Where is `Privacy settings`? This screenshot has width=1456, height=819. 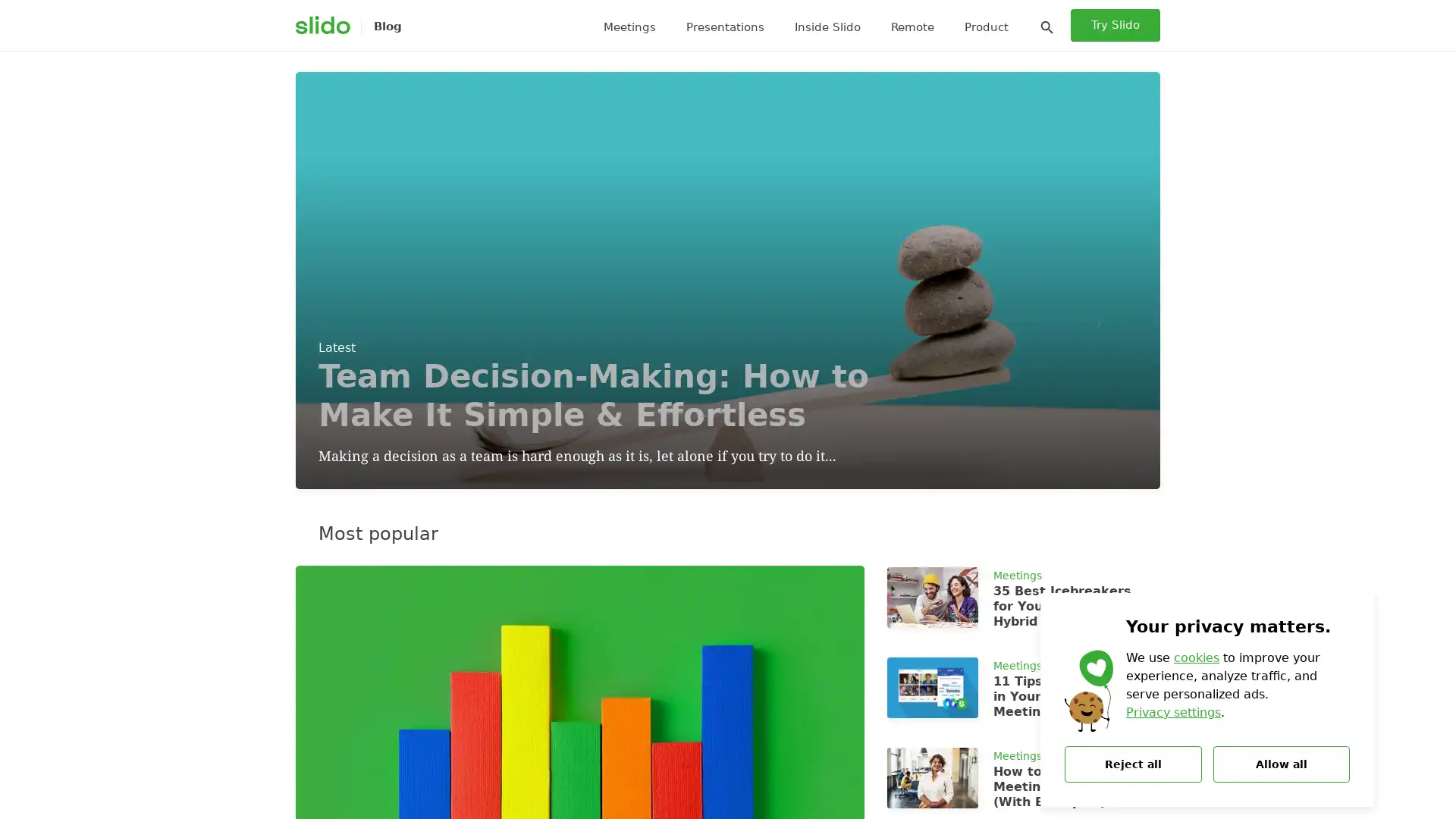
Privacy settings is located at coordinates (1172, 713).